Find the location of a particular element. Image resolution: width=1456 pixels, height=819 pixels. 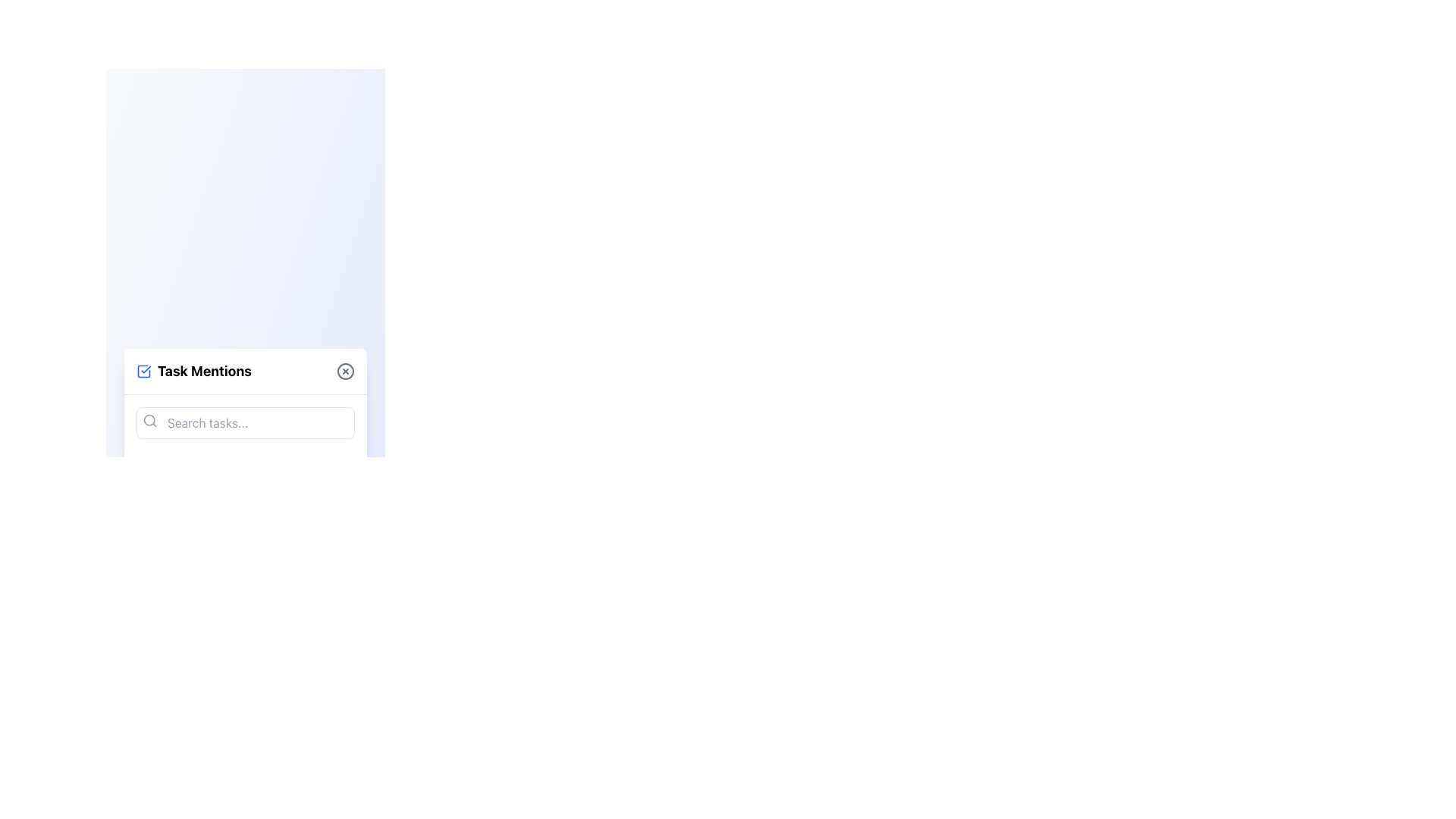

the largest circular graphic element located in the bottom-left corner of the 'Task Mentions' floating panel is located at coordinates (155, 471).